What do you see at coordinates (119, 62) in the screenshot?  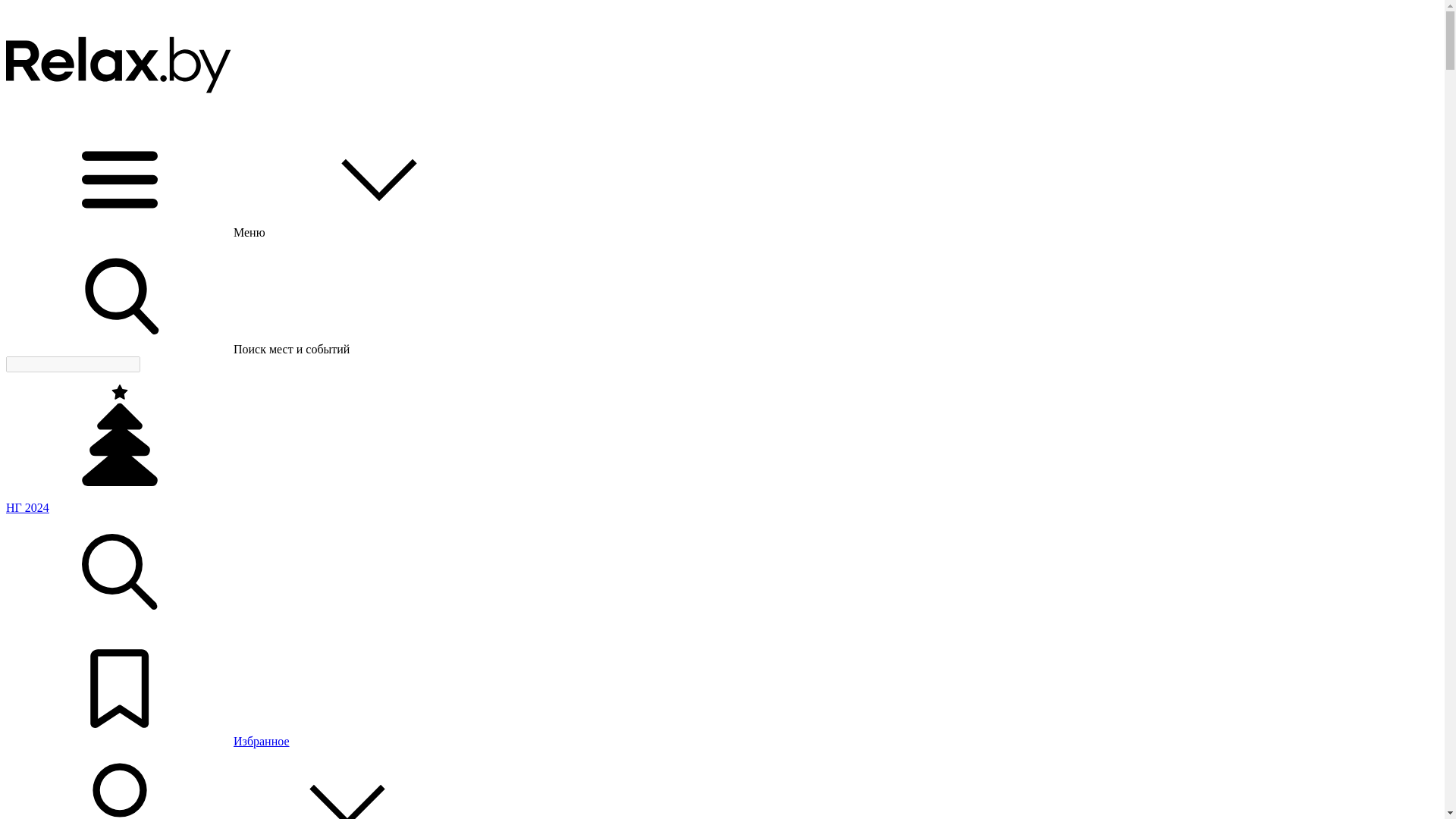 I see `'logo'` at bounding box center [119, 62].